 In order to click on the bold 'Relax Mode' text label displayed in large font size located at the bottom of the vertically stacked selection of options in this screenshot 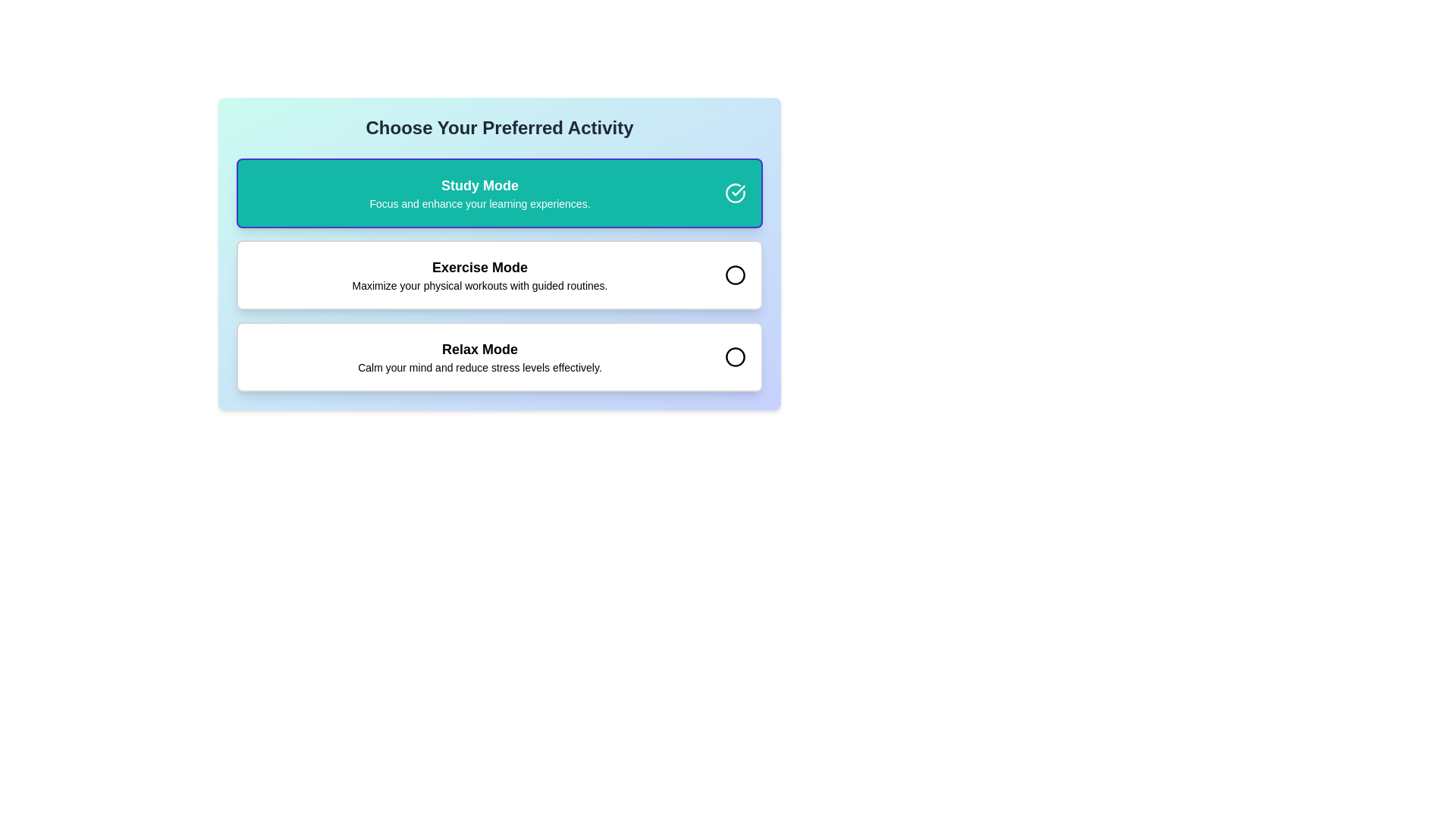, I will do `click(479, 350)`.